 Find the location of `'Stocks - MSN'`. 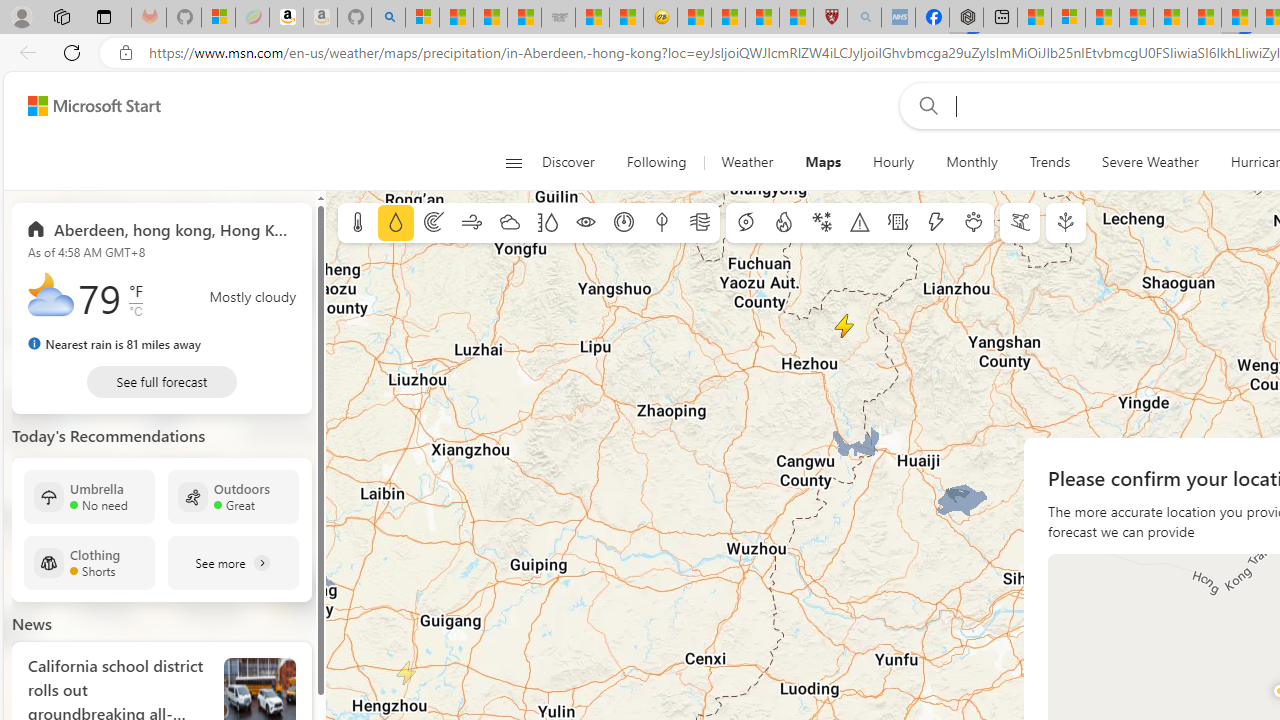

'Stocks - MSN' is located at coordinates (524, 17).